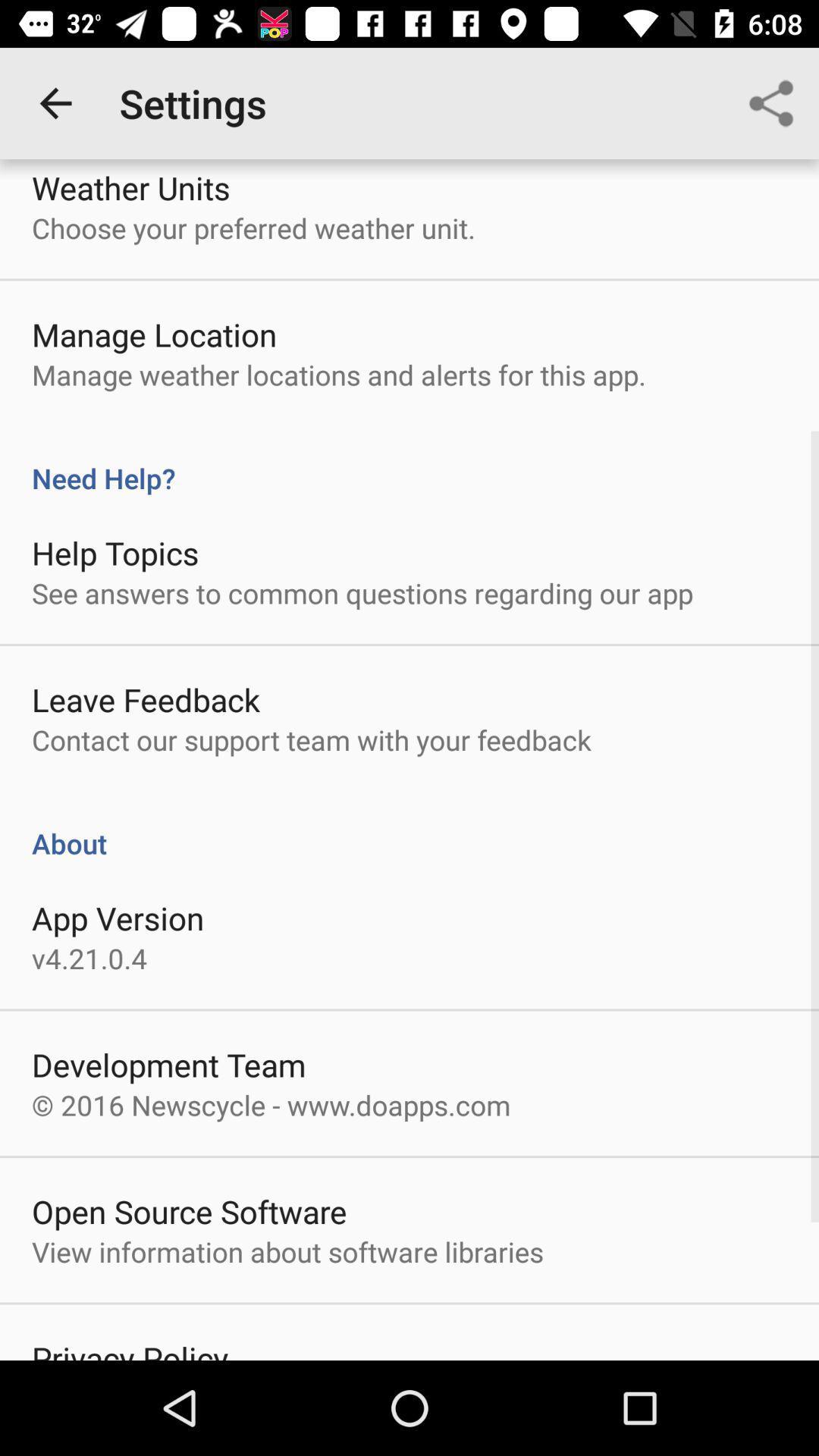 The image size is (819, 1456). Describe the element at coordinates (771, 102) in the screenshot. I see `item above need help? icon` at that location.